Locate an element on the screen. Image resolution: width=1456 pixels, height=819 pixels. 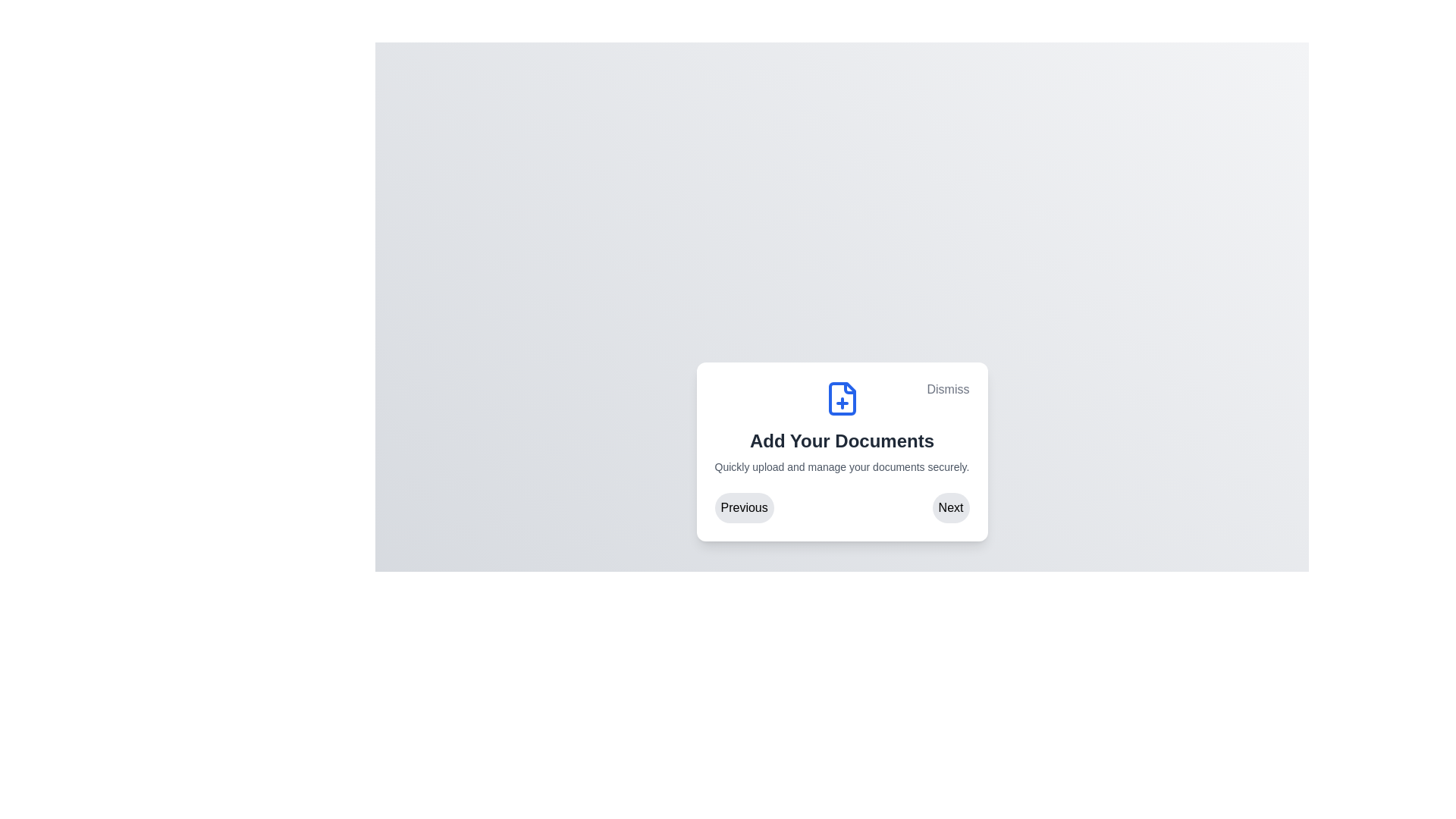
the file document icon with a plus sign, which is located above the title 'Add Your Documents' in the modal dialog box is located at coordinates (841, 397).